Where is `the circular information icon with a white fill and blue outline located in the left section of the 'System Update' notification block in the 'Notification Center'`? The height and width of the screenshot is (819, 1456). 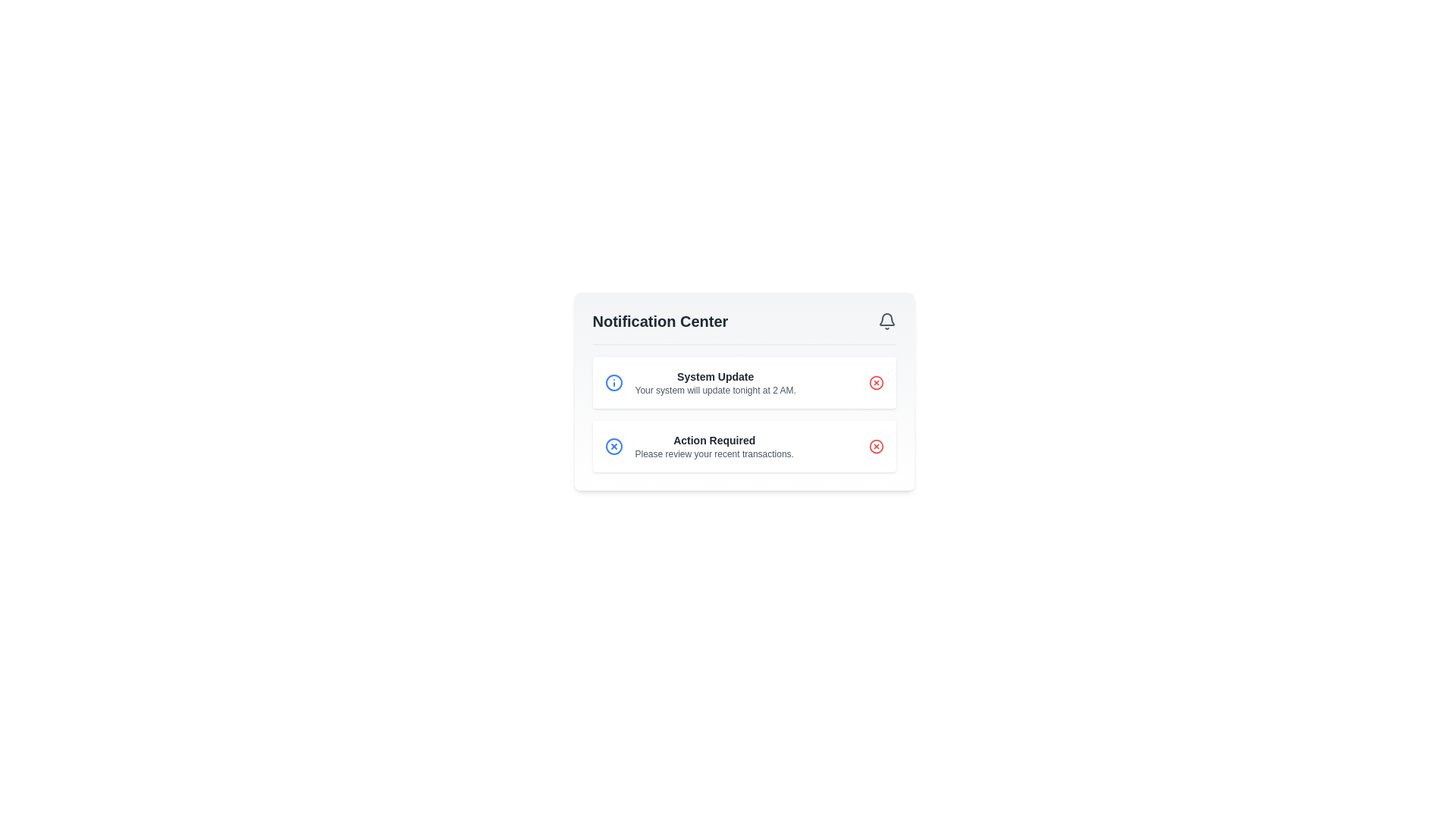
the circular information icon with a white fill and blue outline located in the left section of the 'System Update' notification block in the 'Notification Center' is located at coordinates (613, 382).